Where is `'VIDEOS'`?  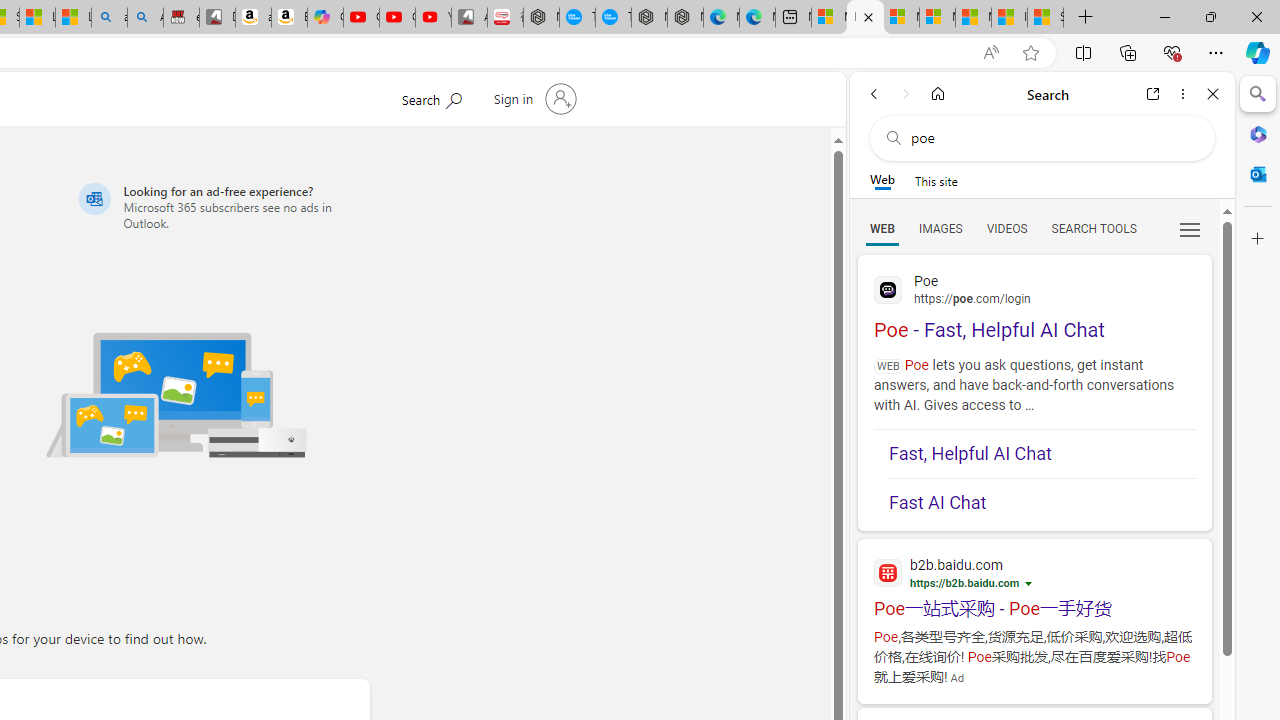
'VIDEOS' is located at coordinates (1006, 227).